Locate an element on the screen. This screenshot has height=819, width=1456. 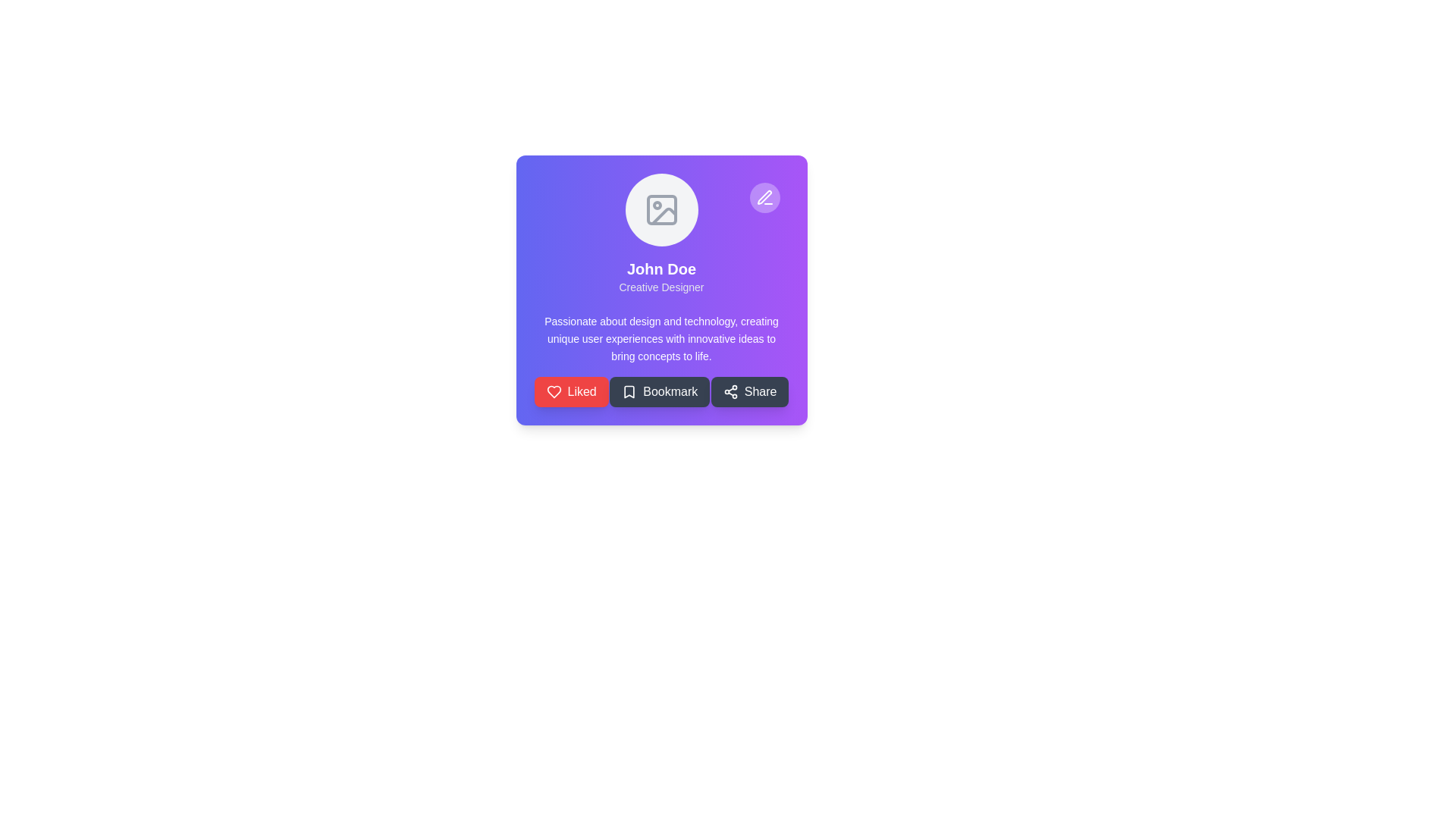
the decorative bookmark icon located at the center-left of the 'Bookmark' button, which is positioned centrally below the profile card, between the 'Liked' and 'Share' buttons is located at coordinates (629, 391).